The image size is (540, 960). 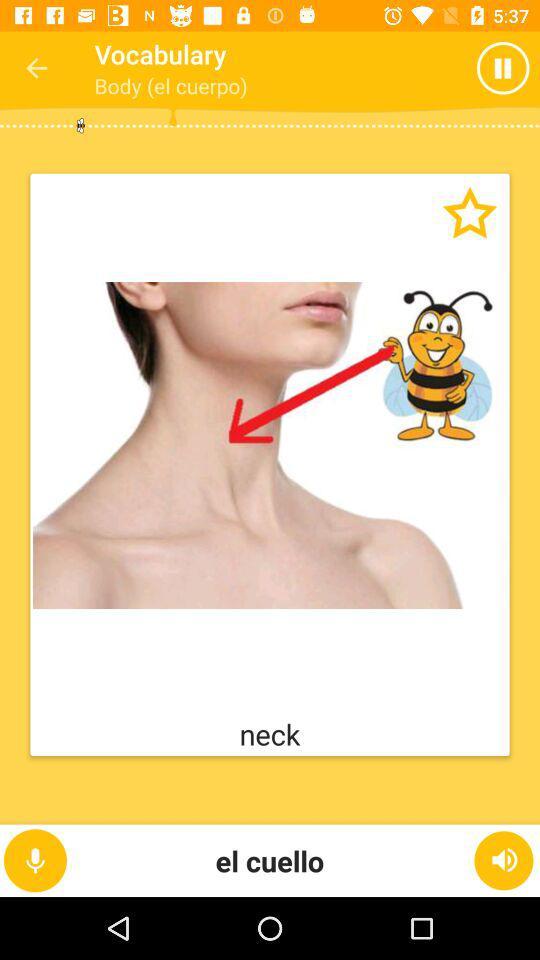 What do you see at coordinates (463, 68) in the screenshot?
I see `icon to the right of the body (el cuerpo)` at bounding box center [463, 68].